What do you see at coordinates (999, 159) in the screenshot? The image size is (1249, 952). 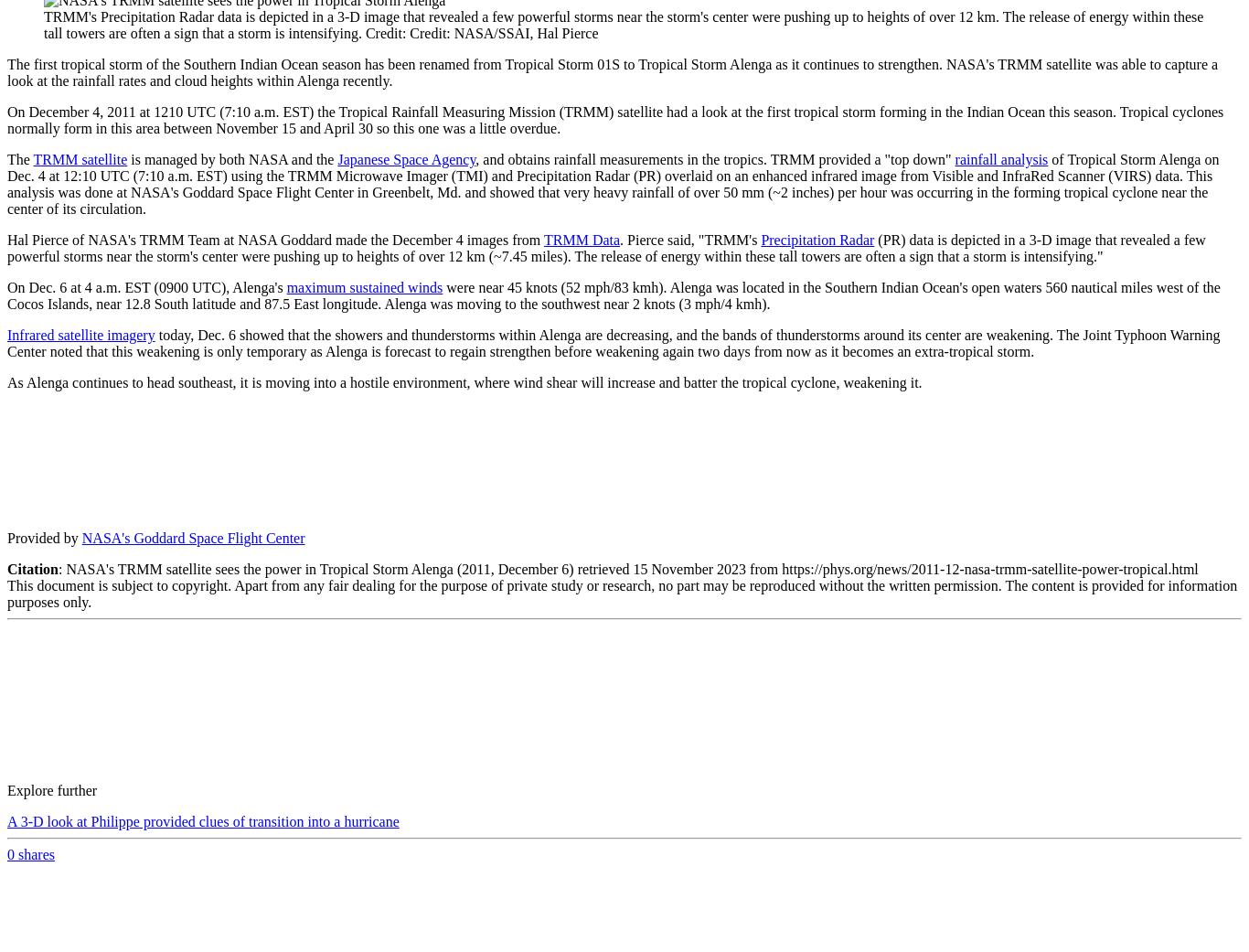 I see `'rainfall analysis'` at bounding box center [999, 159].